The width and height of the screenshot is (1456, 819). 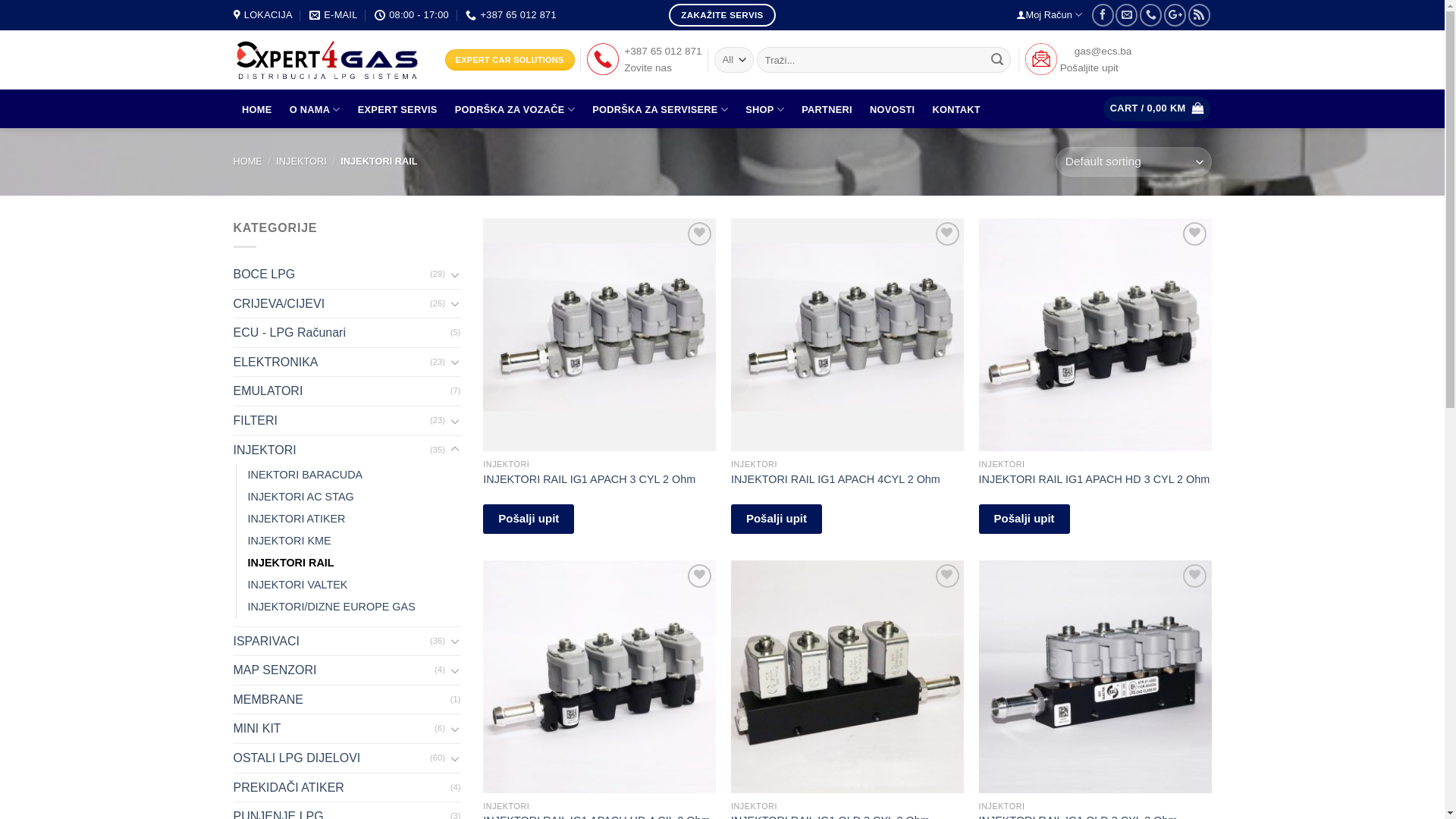 What do you see at coordinates (232, 14) in the screenshot?
I see `'LOKACIJA'` at bounding box center [232, 14].